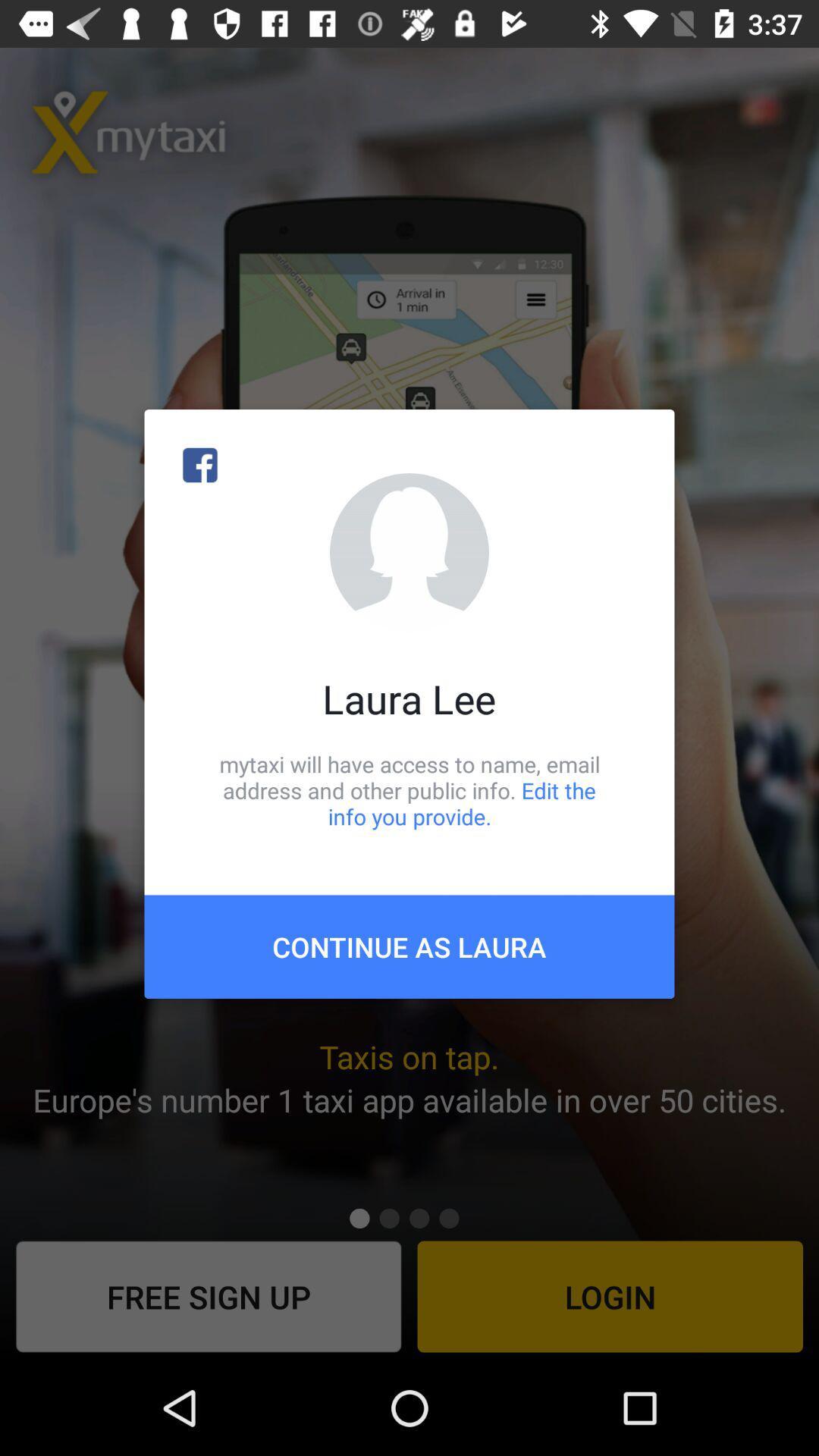  Describe the element at coordinates (409, 946) in the screenshot. I see `icon below the mytaxi will have item` at that location.